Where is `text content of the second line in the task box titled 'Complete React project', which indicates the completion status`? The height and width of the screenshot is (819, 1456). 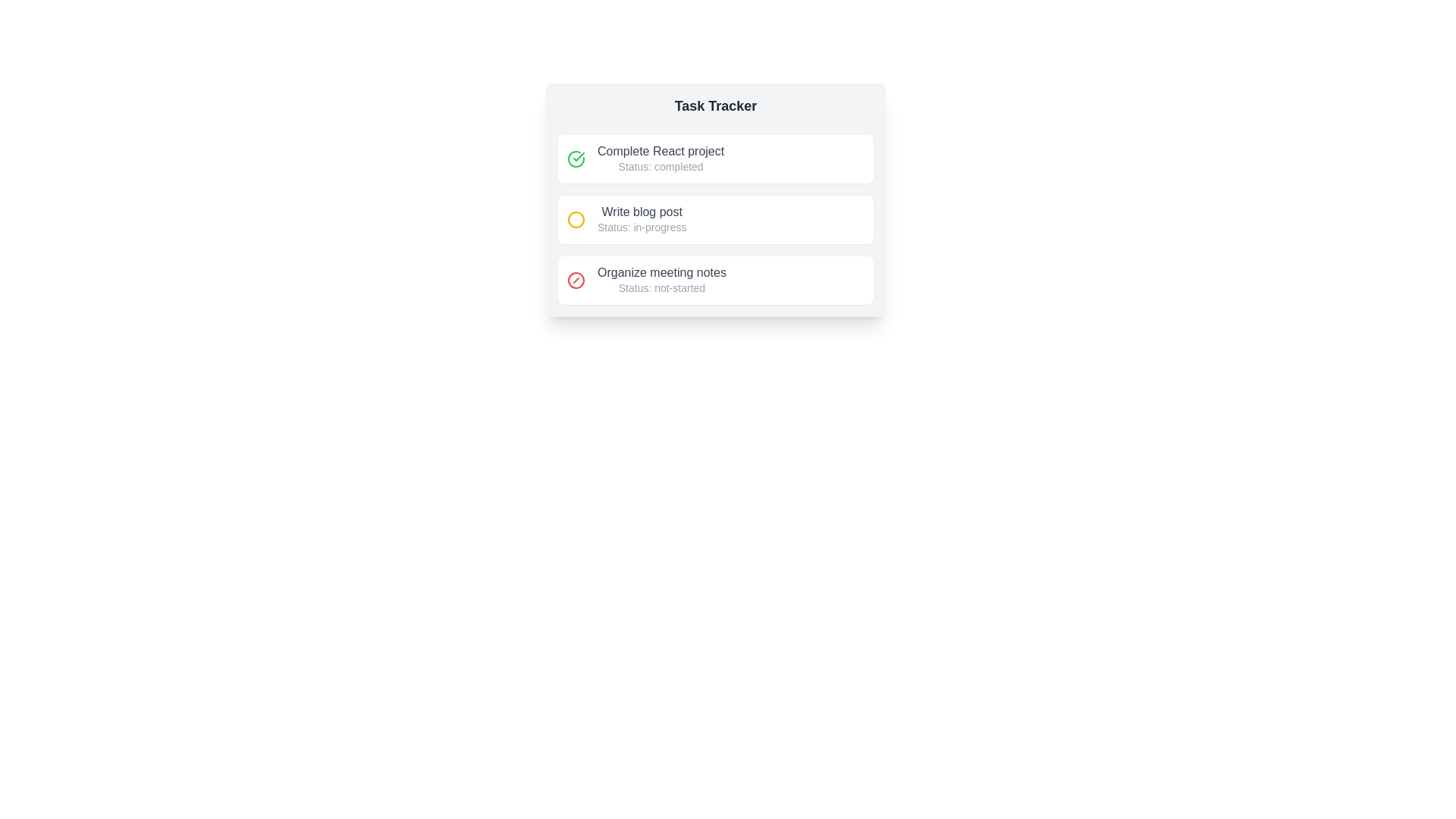 text content of the second line in the task box titled 'Complete React project', which indicates the completion status is located at coordinates (661, 166).